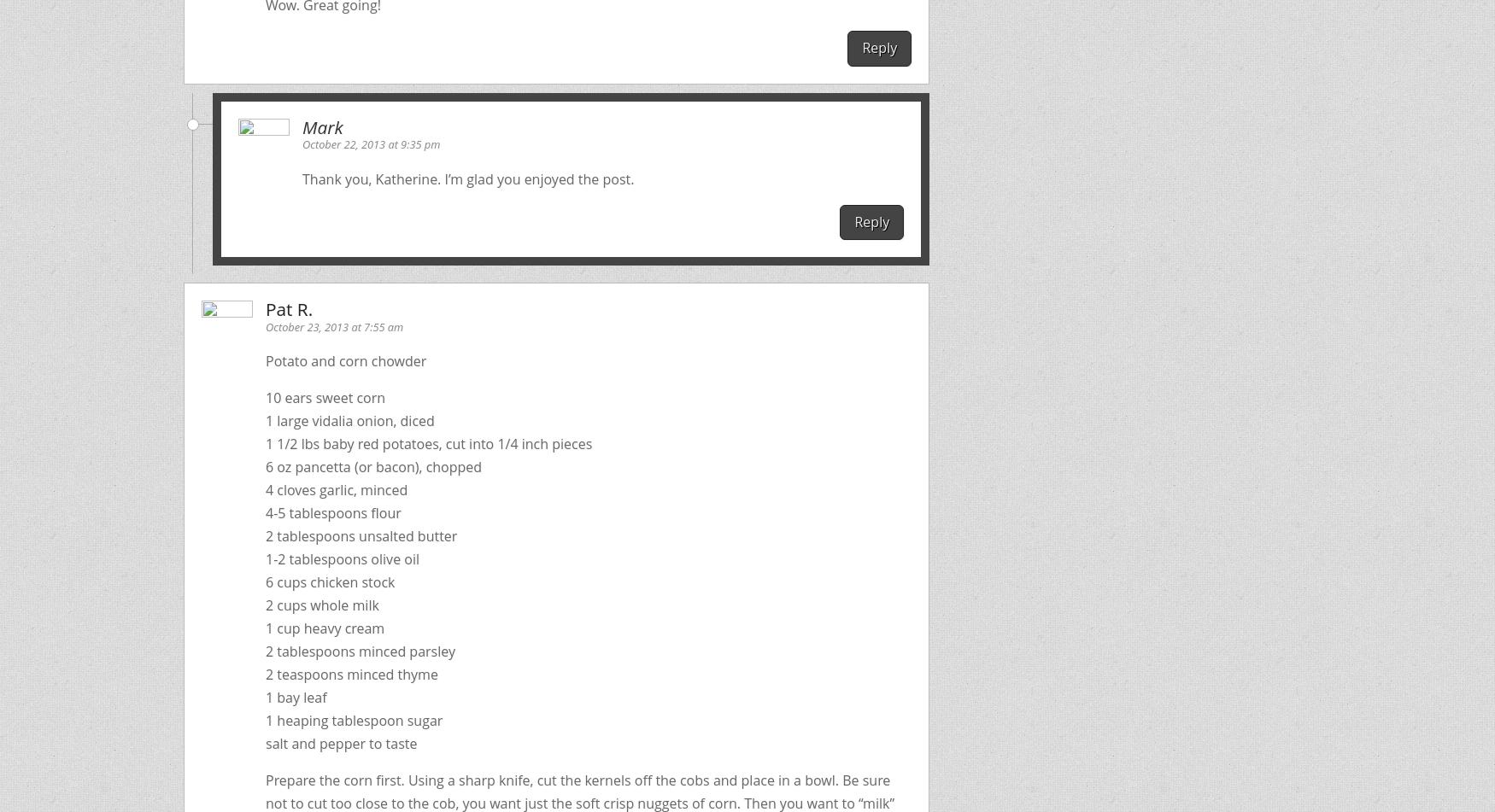 The image size is (1495, 812). What do you see at coordinates (344, 361) in the screenshot?
I see `'Potato and corn chowder'` at bounding box center [344, 361].